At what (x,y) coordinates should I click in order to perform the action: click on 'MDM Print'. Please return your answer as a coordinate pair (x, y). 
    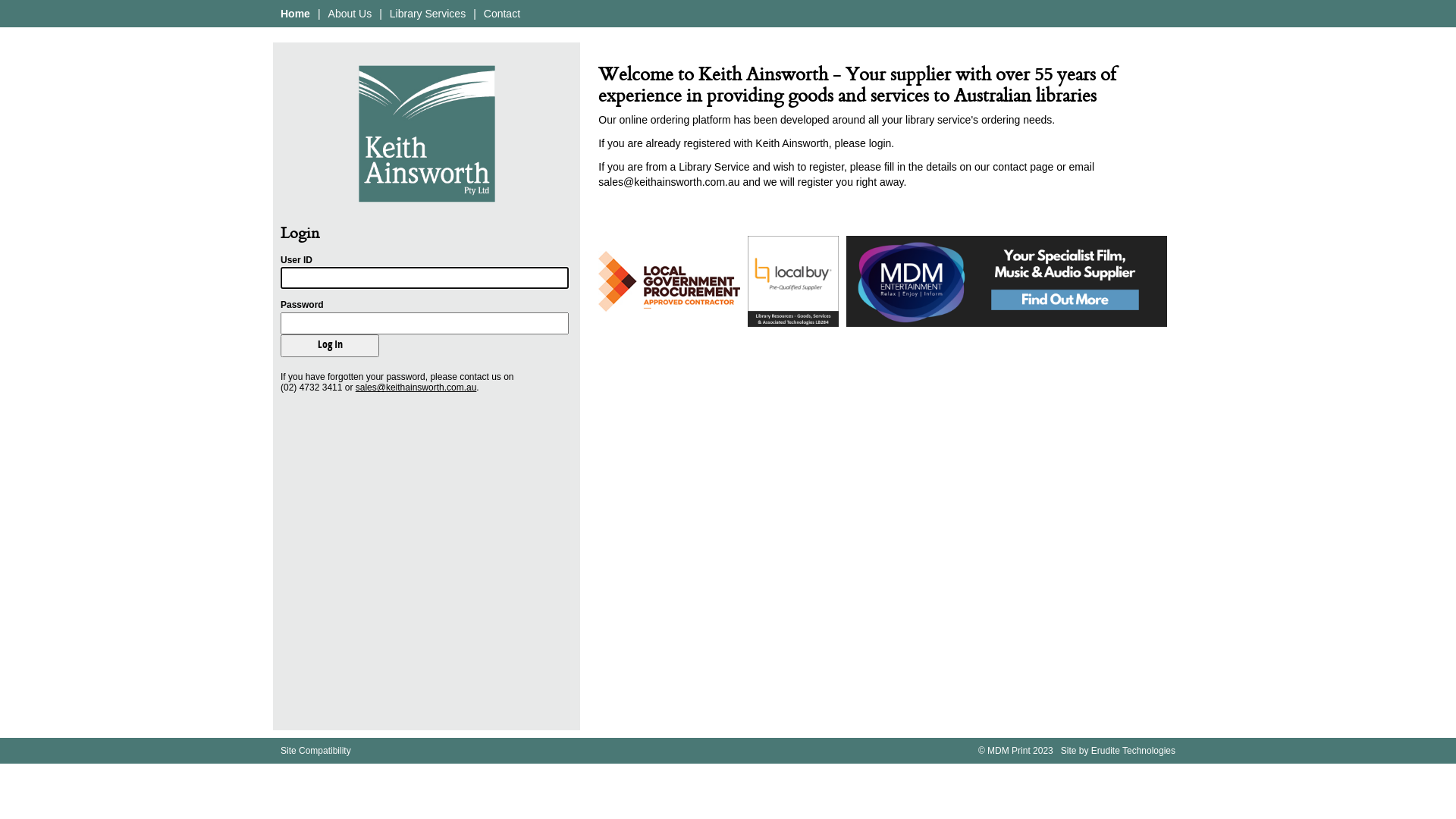
    Looking at the image, I should click on (1009, 751).